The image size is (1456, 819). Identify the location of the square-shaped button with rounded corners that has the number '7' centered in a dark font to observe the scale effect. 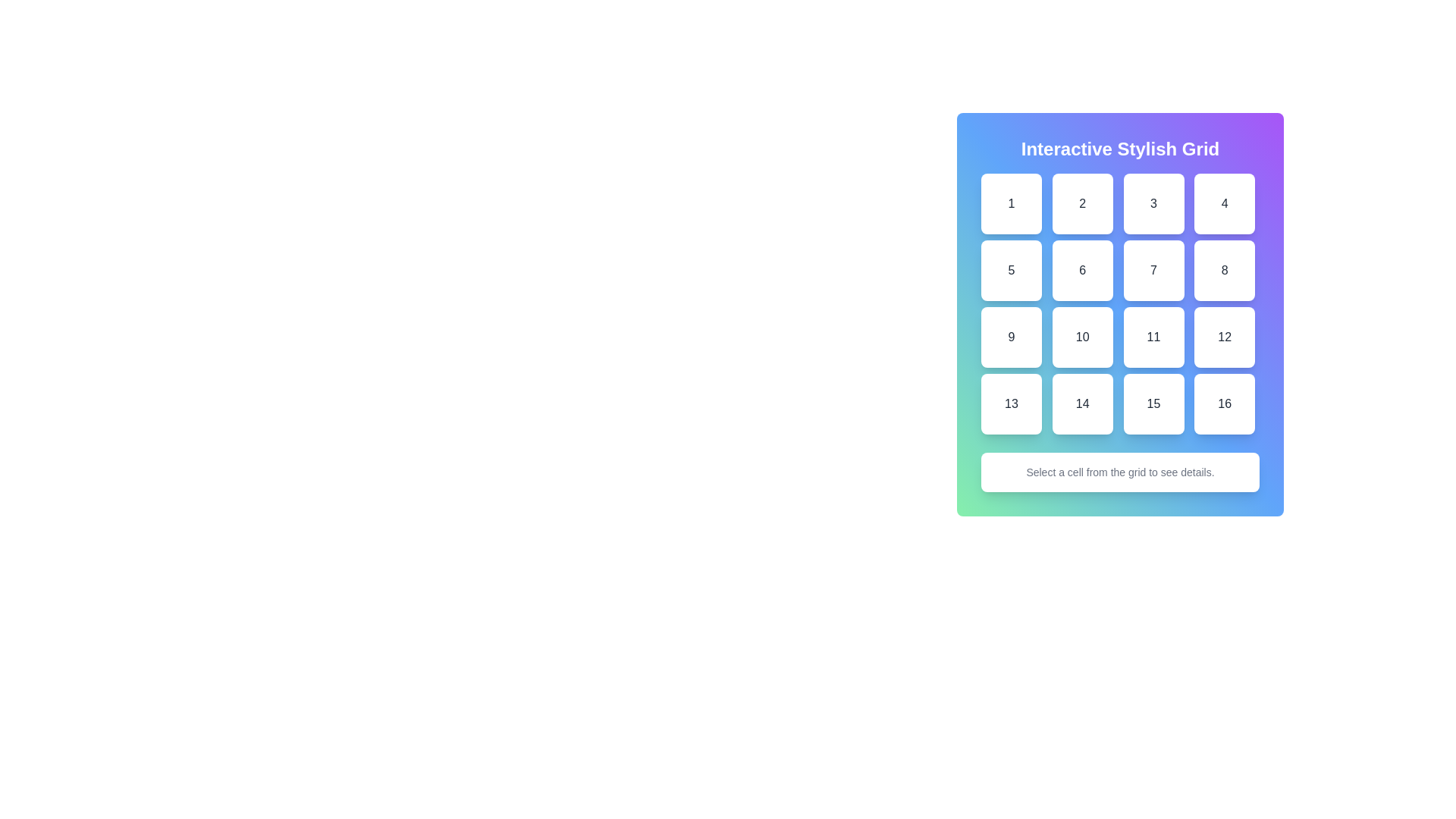
(1153, 270).